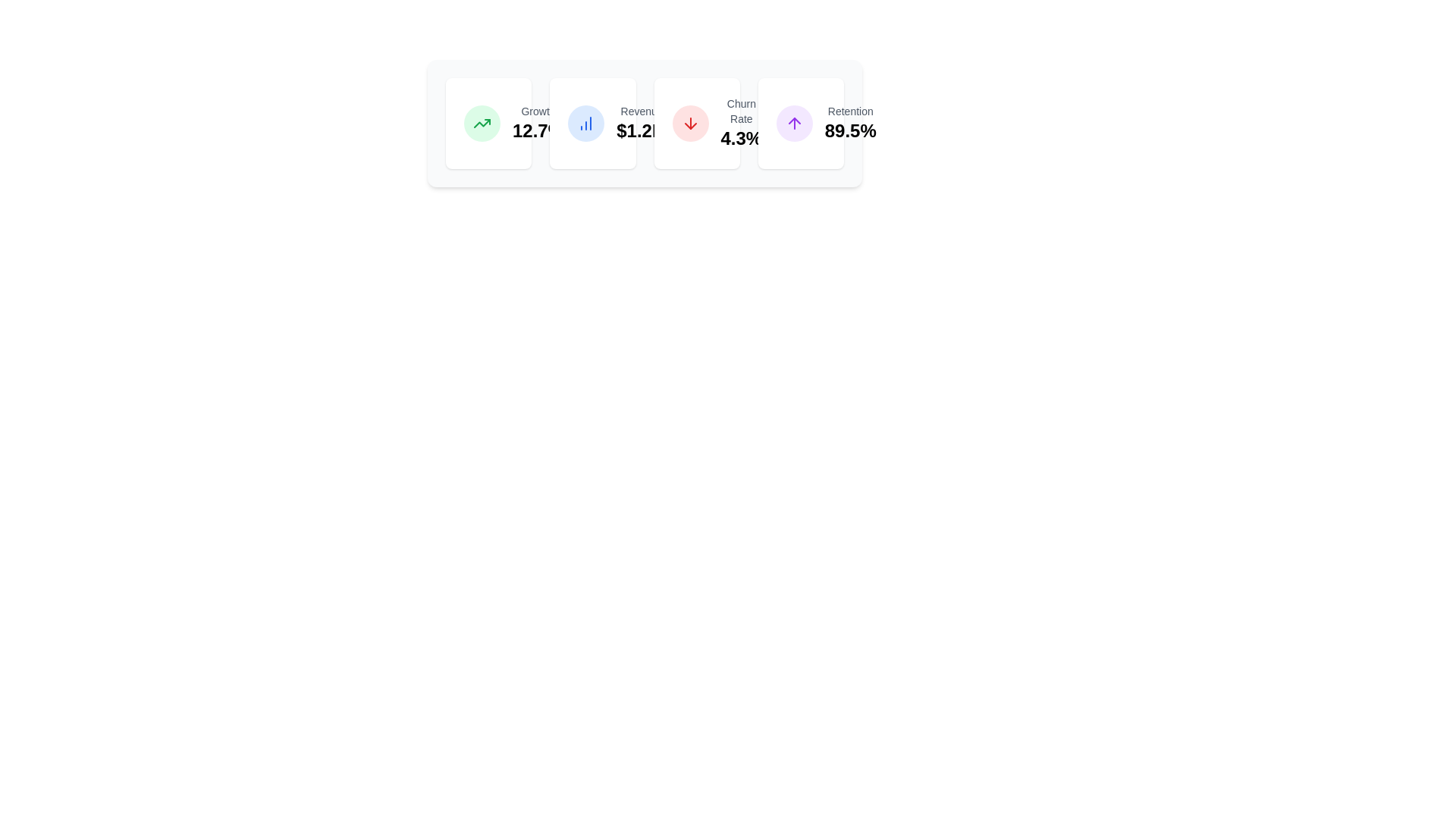 This screenshot has width=1456, height=819. I want to click on the static text displaying the retention percentage located in the bottom part of the fourth card from the left labeled 'Retention', so click(850, 130).